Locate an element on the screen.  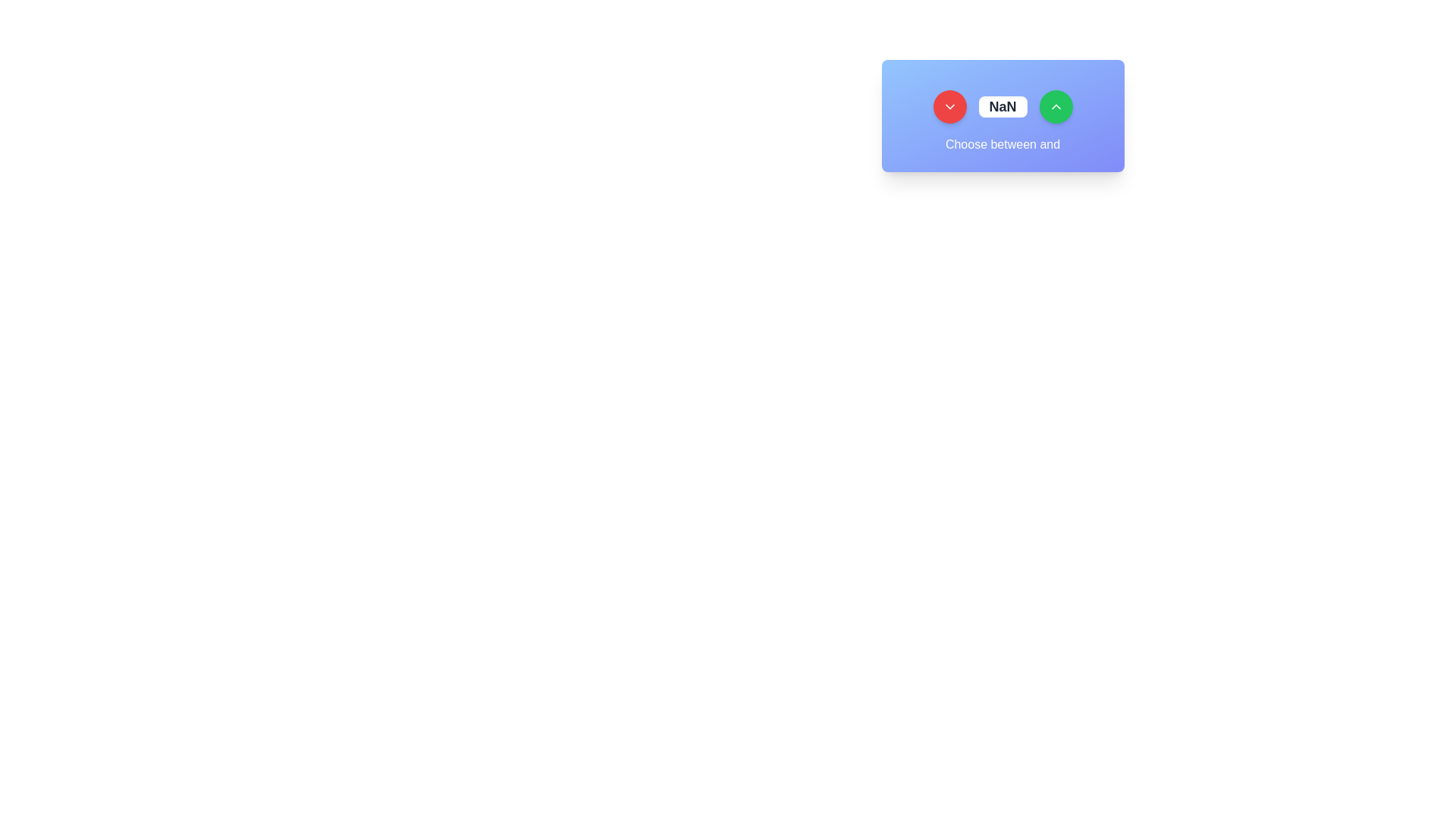
the decrement button located to the left of the numeric input box labeled 'NaN' is located at coordinates (949, 106).